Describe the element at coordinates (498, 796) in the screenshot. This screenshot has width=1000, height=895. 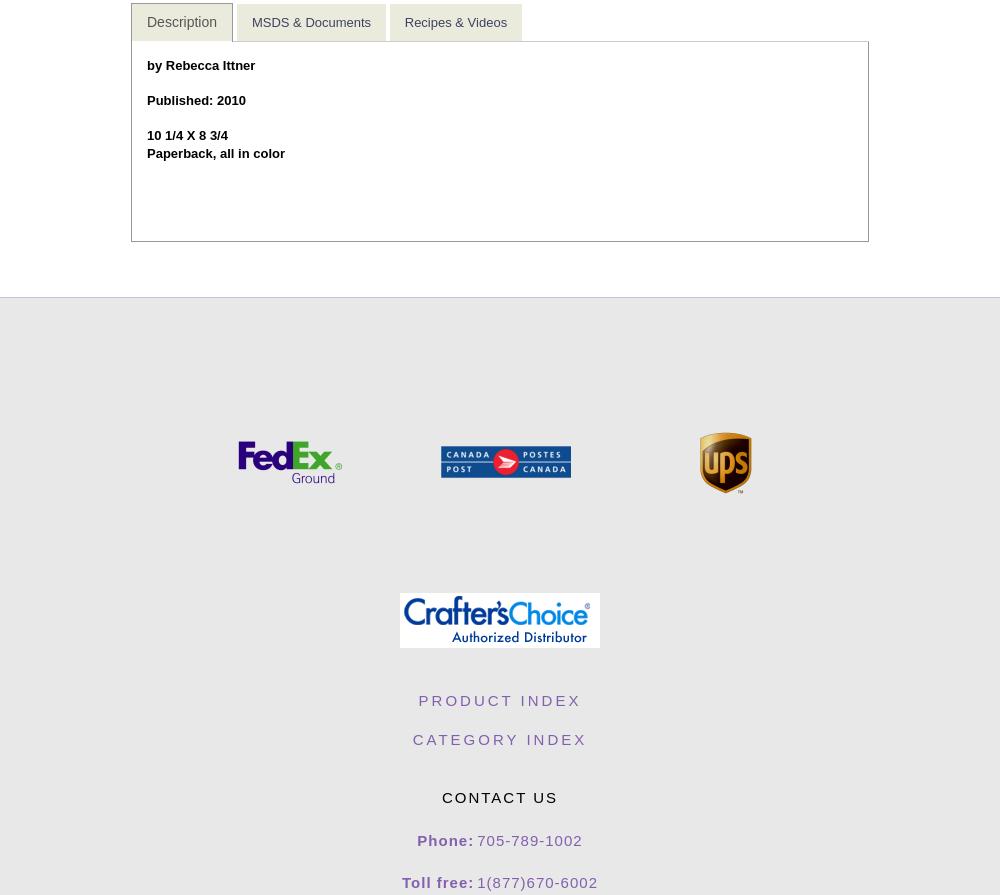
I see `'CONTACT US'` at that location.